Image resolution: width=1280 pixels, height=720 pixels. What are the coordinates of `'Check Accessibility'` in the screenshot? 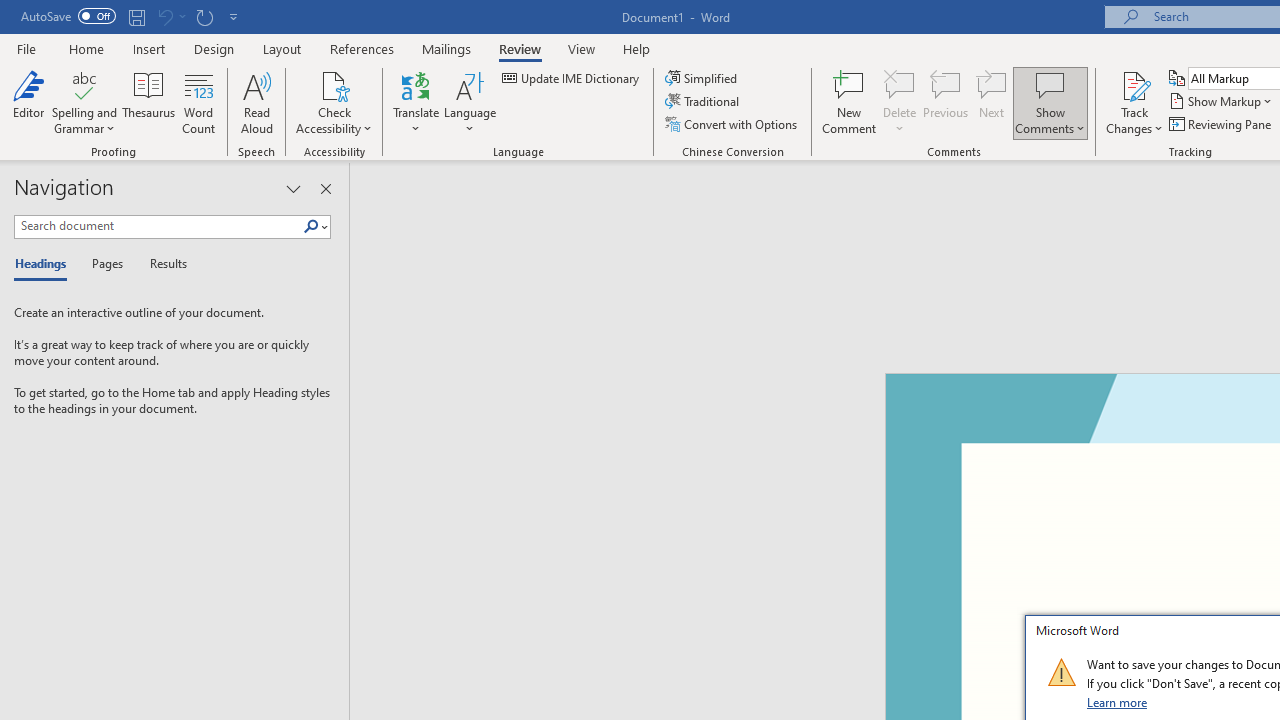 It's located at (334, 103).